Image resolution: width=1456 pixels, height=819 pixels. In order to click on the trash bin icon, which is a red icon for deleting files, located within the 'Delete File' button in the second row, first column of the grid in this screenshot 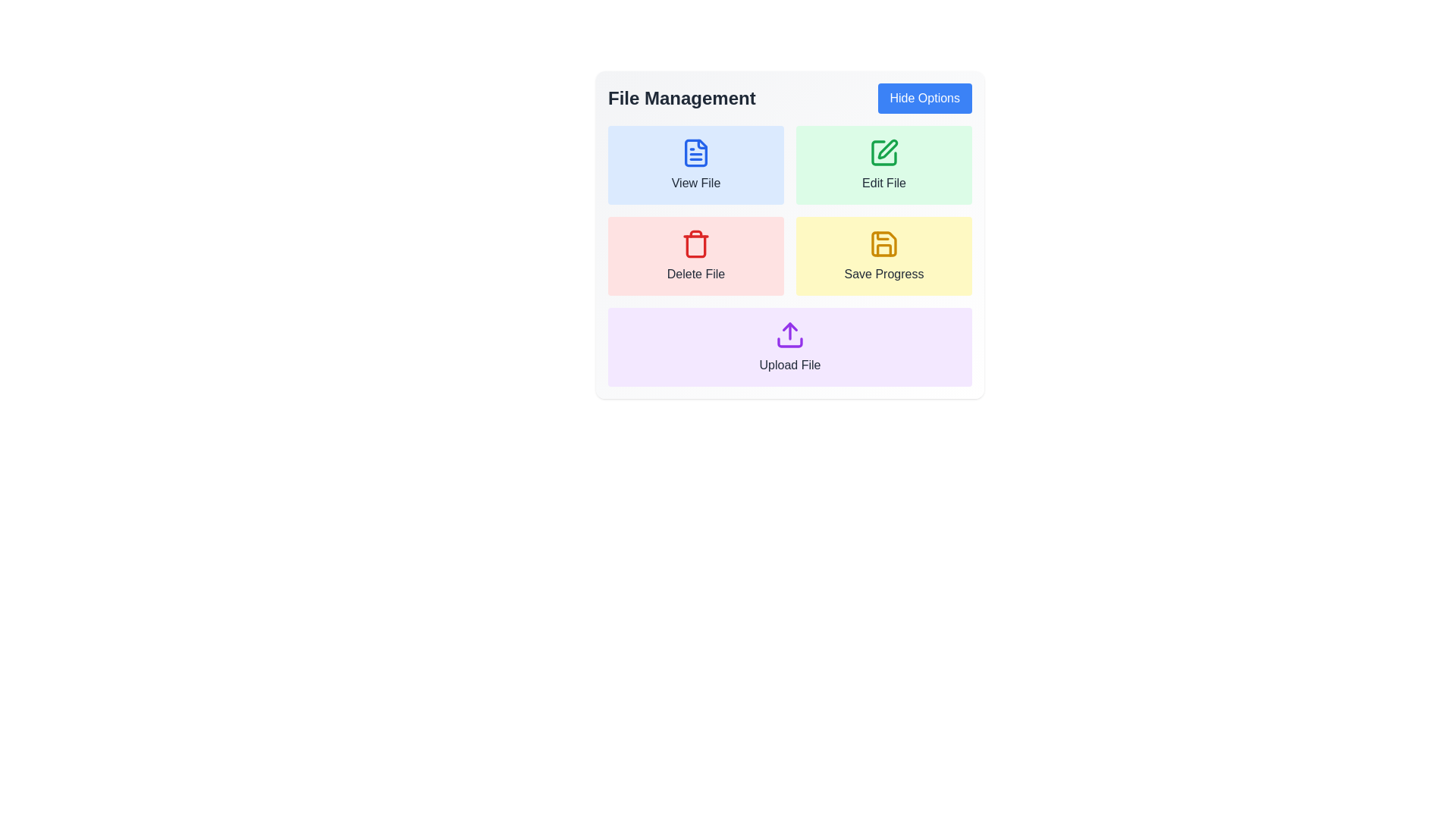, I will do `click(695, 243)`.